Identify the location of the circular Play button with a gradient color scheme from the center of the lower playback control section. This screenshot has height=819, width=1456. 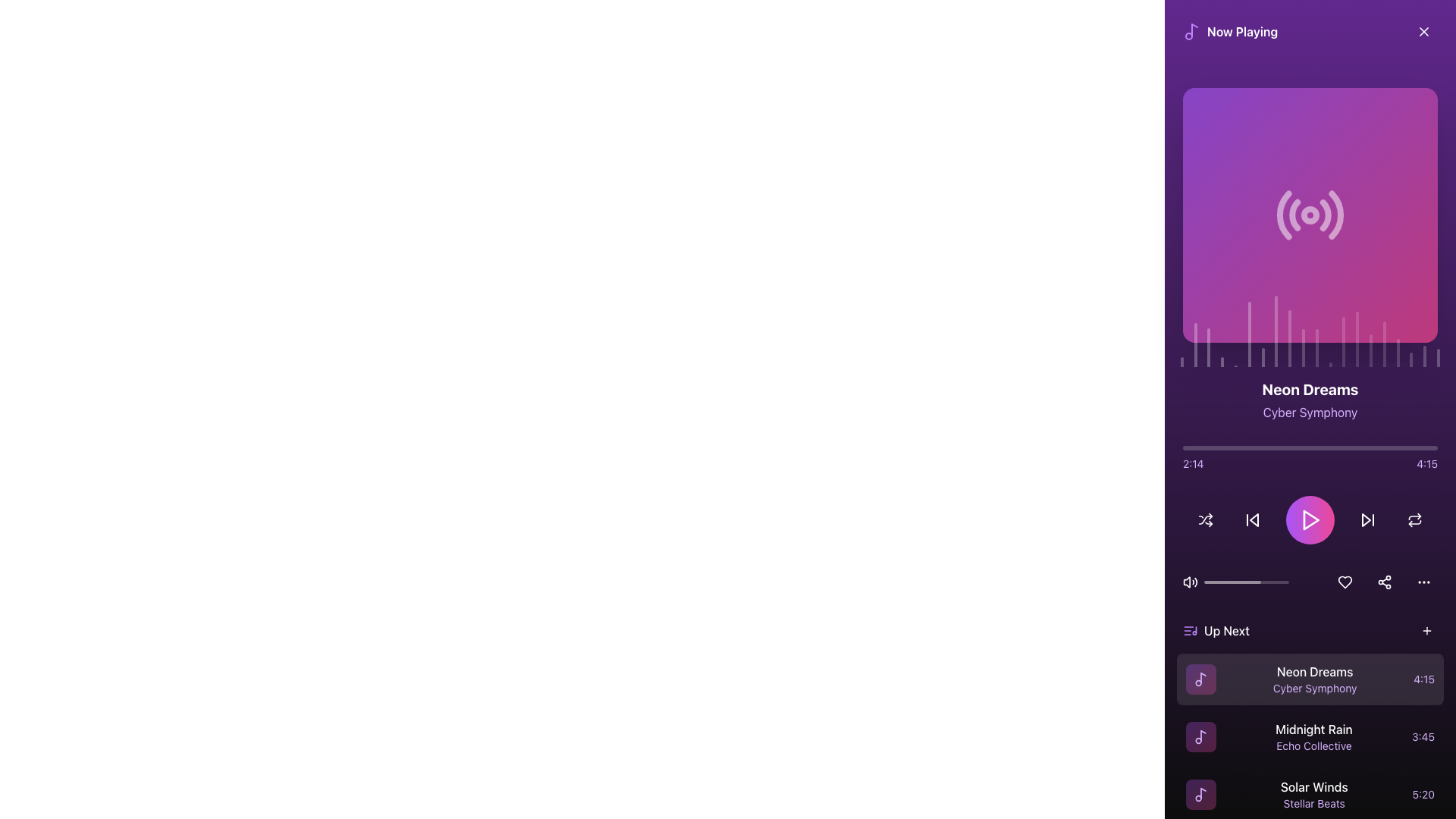
(1310, 519).